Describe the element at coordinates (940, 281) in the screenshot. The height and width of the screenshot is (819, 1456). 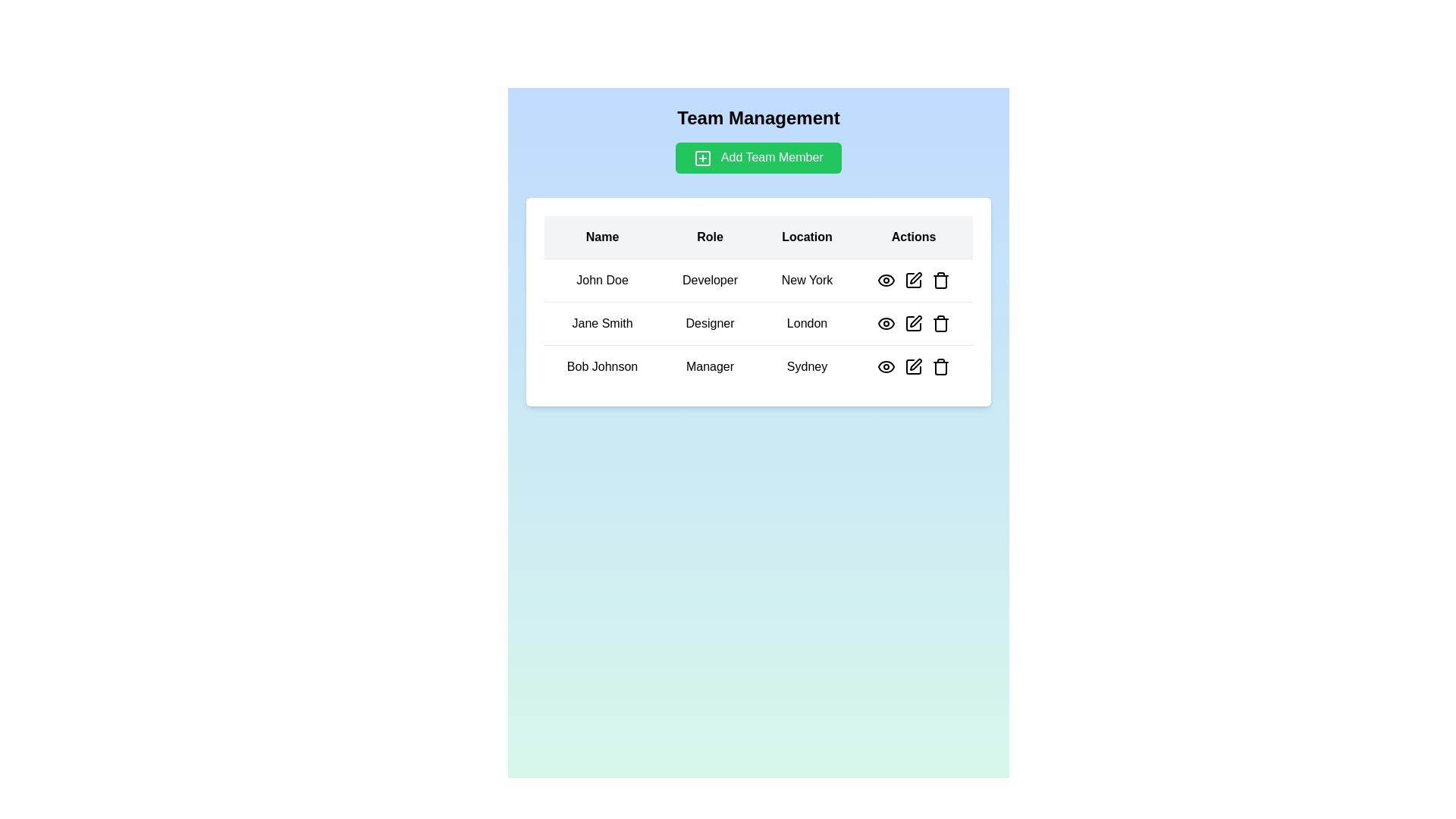
I see `the delete action icon for the user entry 'John Doe' in the 'Actions' column` at that location.